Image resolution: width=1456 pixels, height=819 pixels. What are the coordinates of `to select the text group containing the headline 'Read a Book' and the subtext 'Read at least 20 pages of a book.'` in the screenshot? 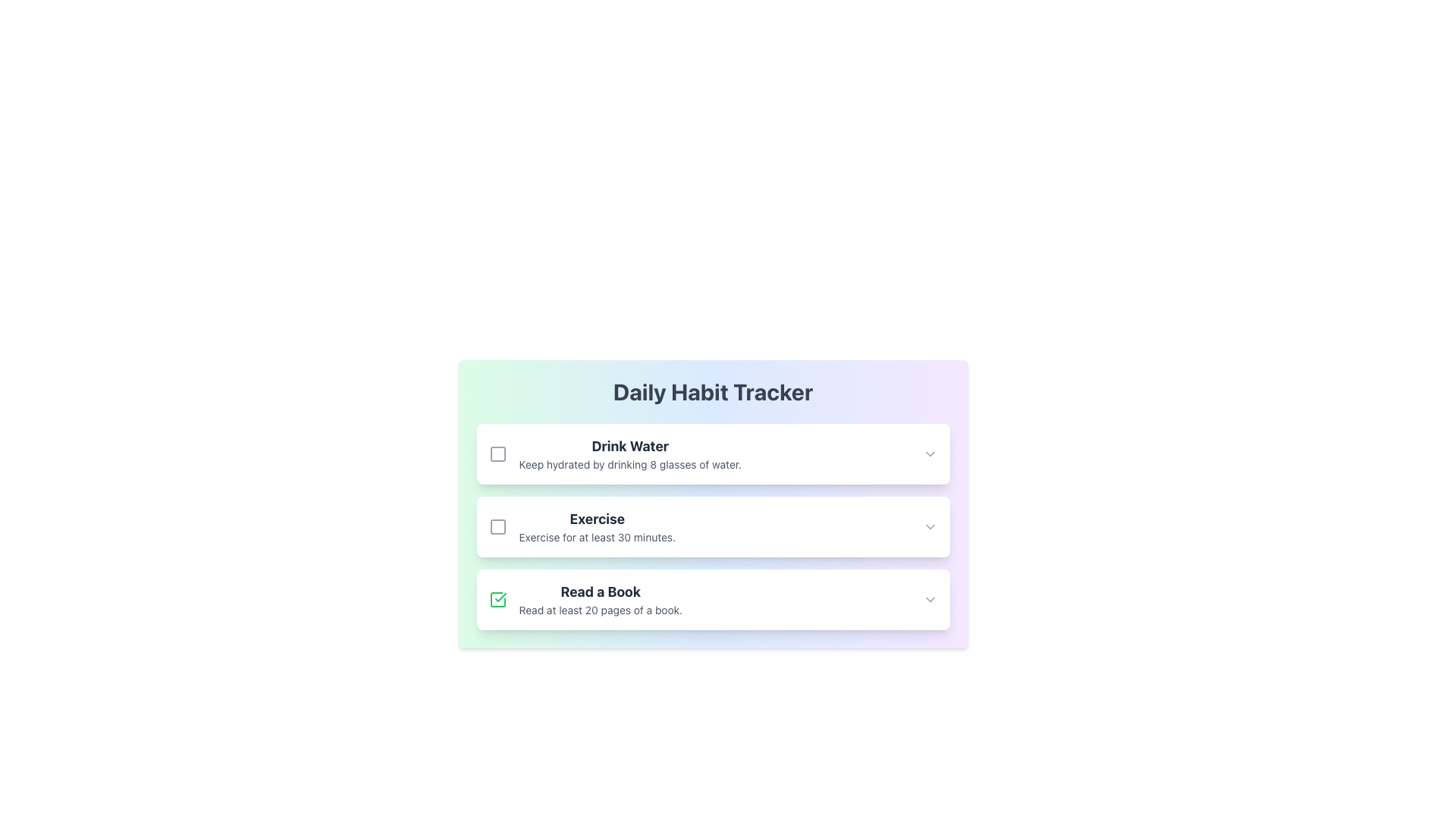 It's located at (585, 598).